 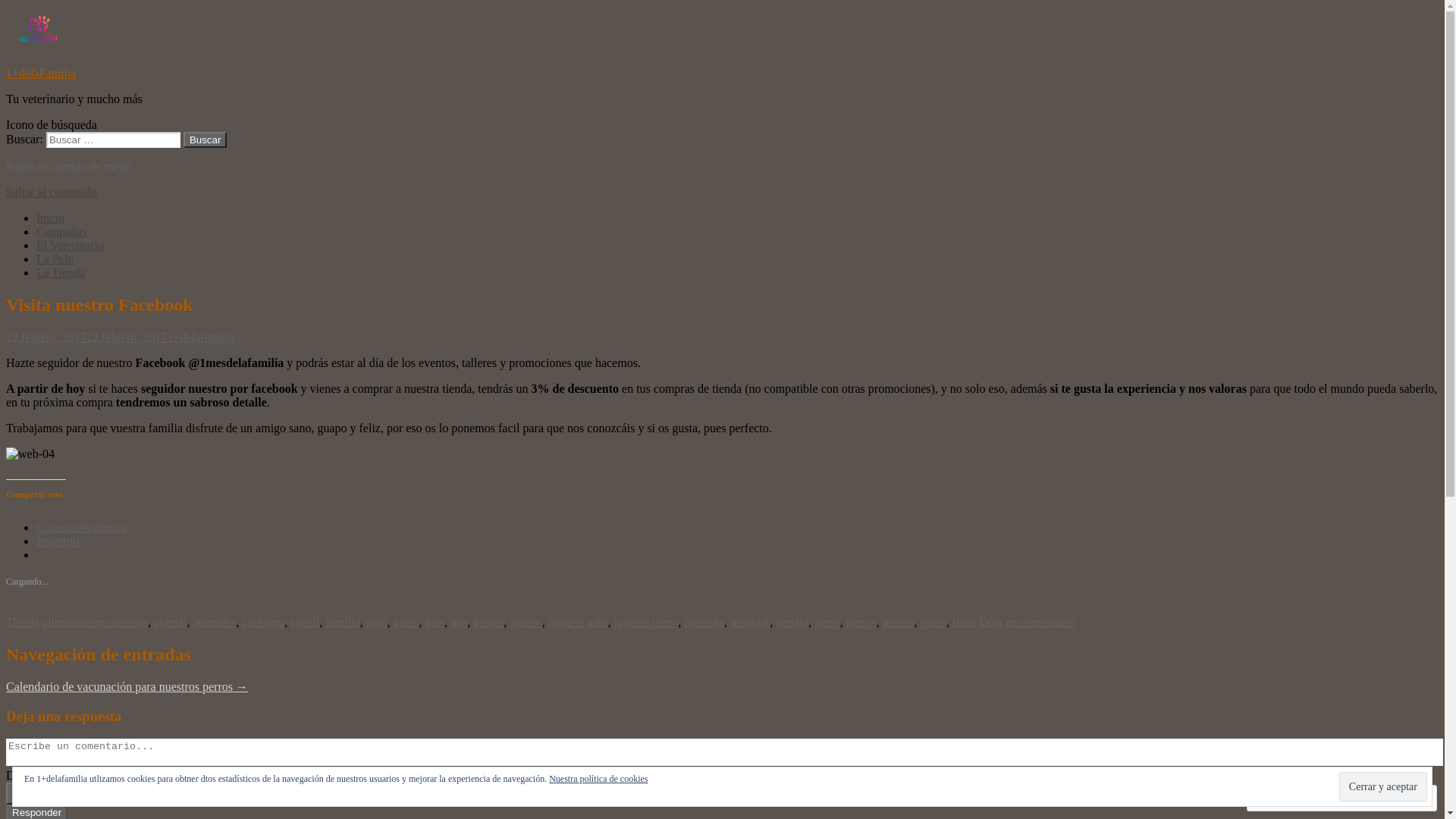 What do you see at coordinates (171, 622) in the screenshot?
I see `'animal'` at bounding box center [171, 622].